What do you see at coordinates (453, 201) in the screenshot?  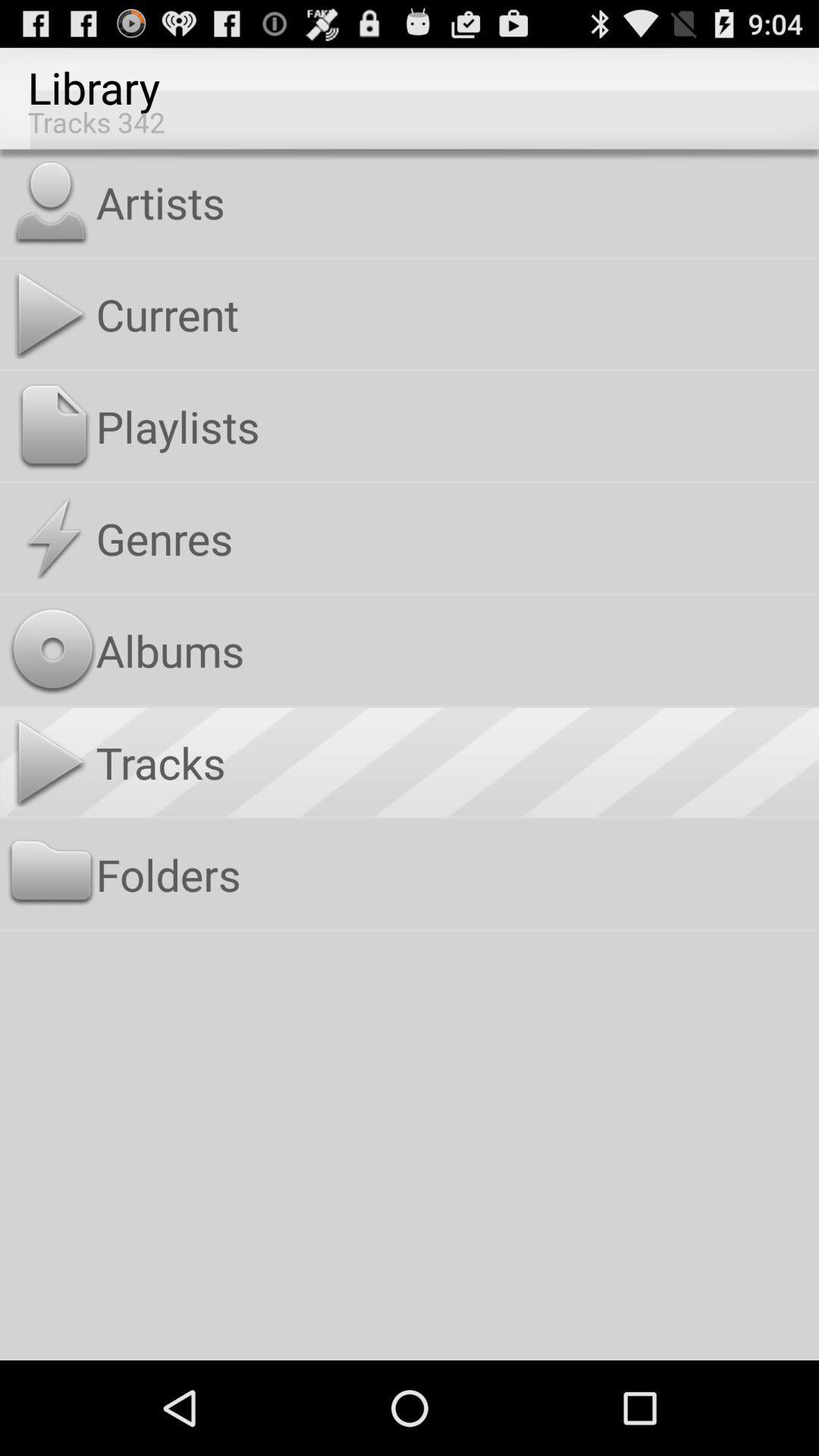 I see `artists item` at bounding box center [453, 201].